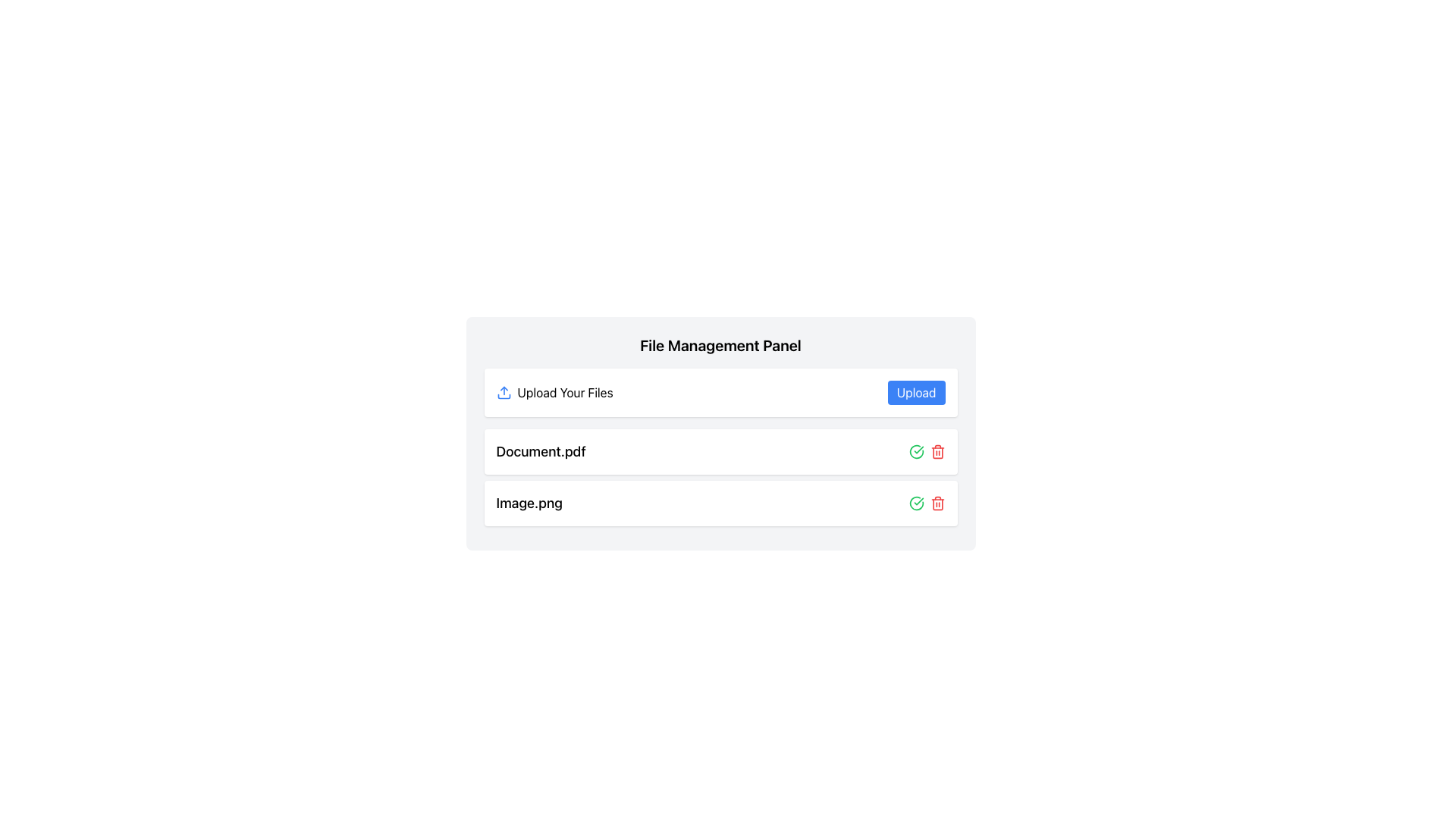 The height and width of the screenshot is (819, 1456). Describe the element at coordinates (504, 391) in the screenshot. I see `the upload icon located at the left side of the first row of the File Management Panel` at that location.